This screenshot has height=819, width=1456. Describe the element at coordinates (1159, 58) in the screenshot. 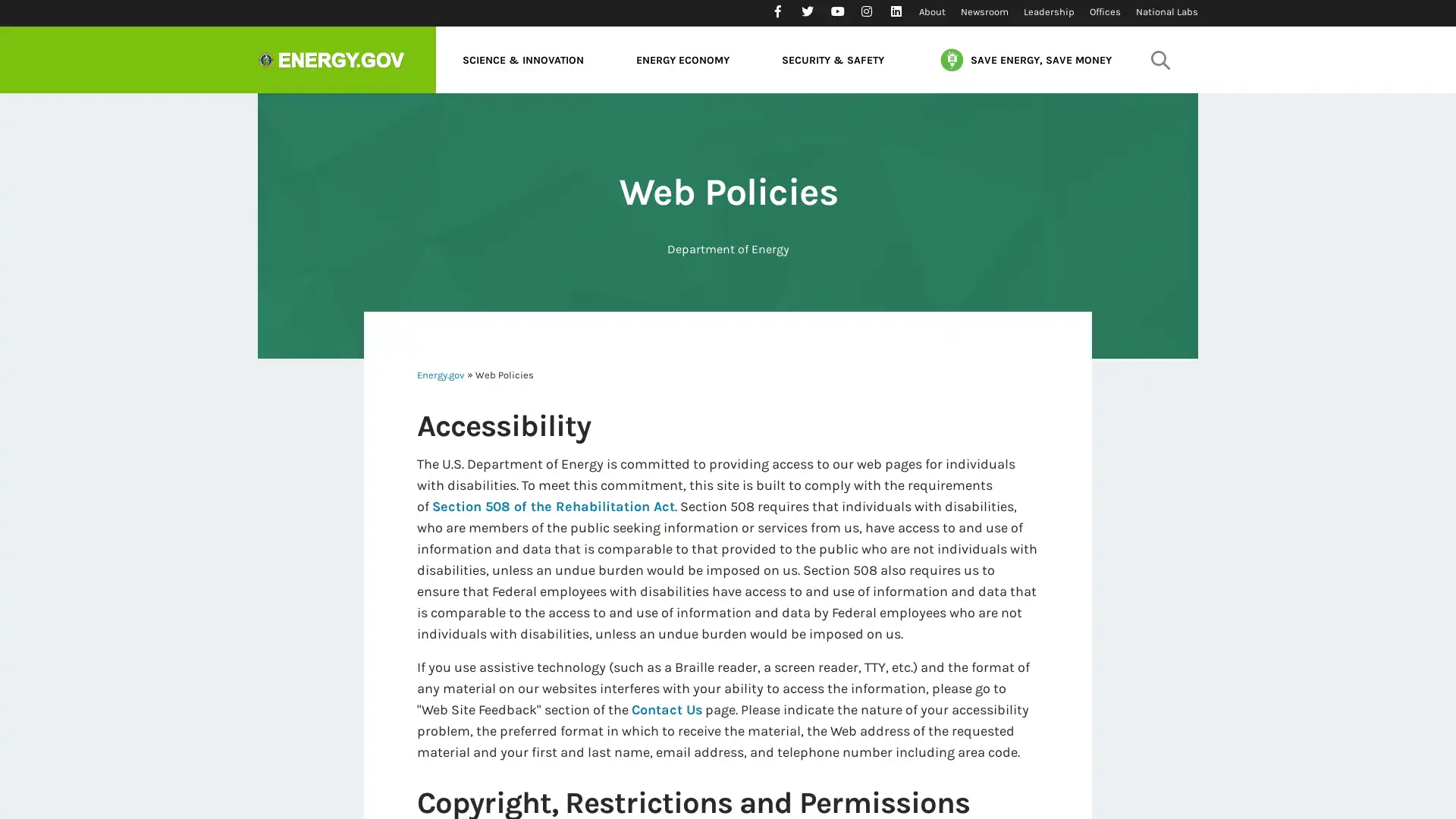

I see `submit` at that location.